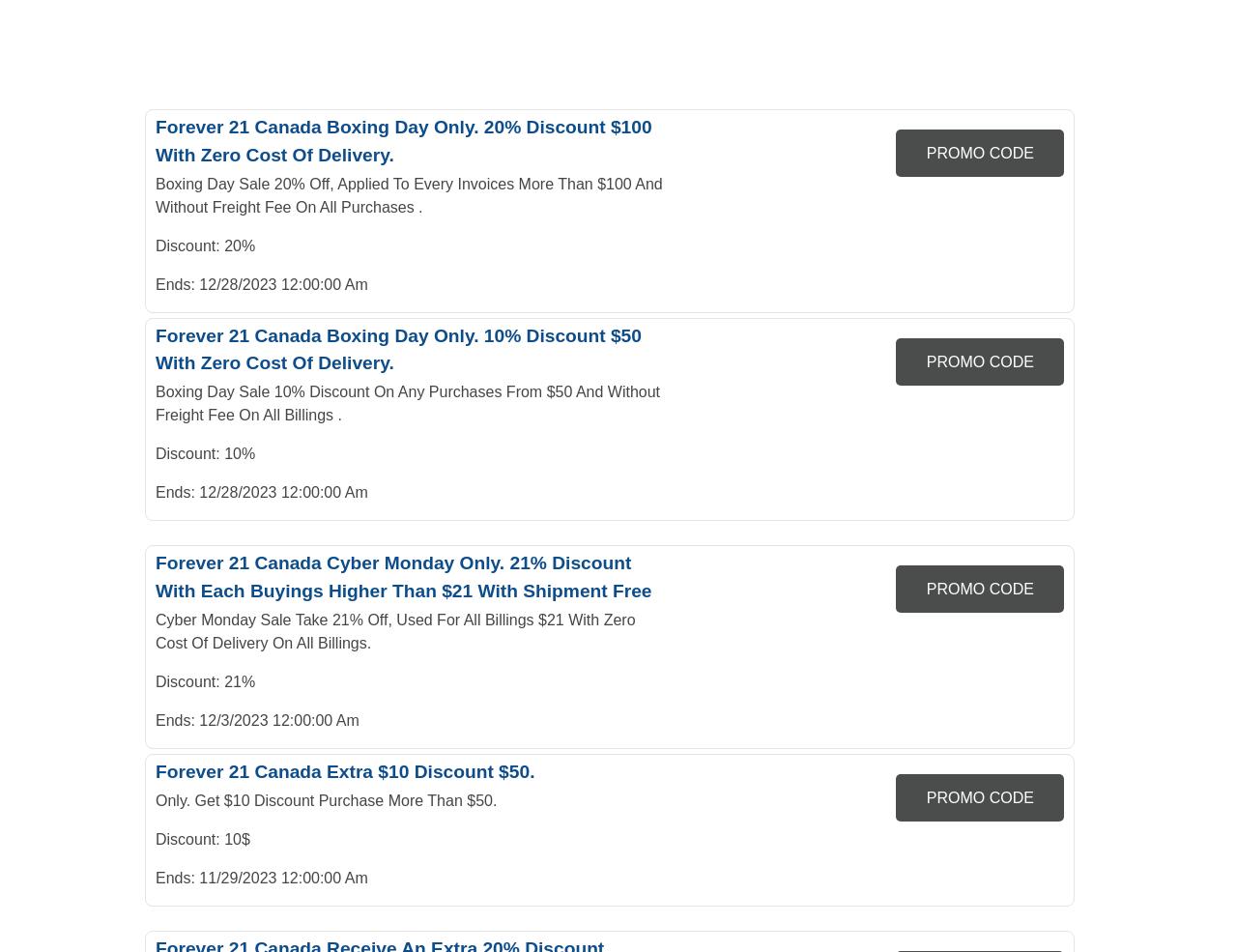 The height and width of the screenshot is (952, 1237). What do you see at coordinates (326, 798) in the screenshot?
I see `'Only. Get $10 Discount Purchase More Than $50.'` at bounding box center [326, 798].